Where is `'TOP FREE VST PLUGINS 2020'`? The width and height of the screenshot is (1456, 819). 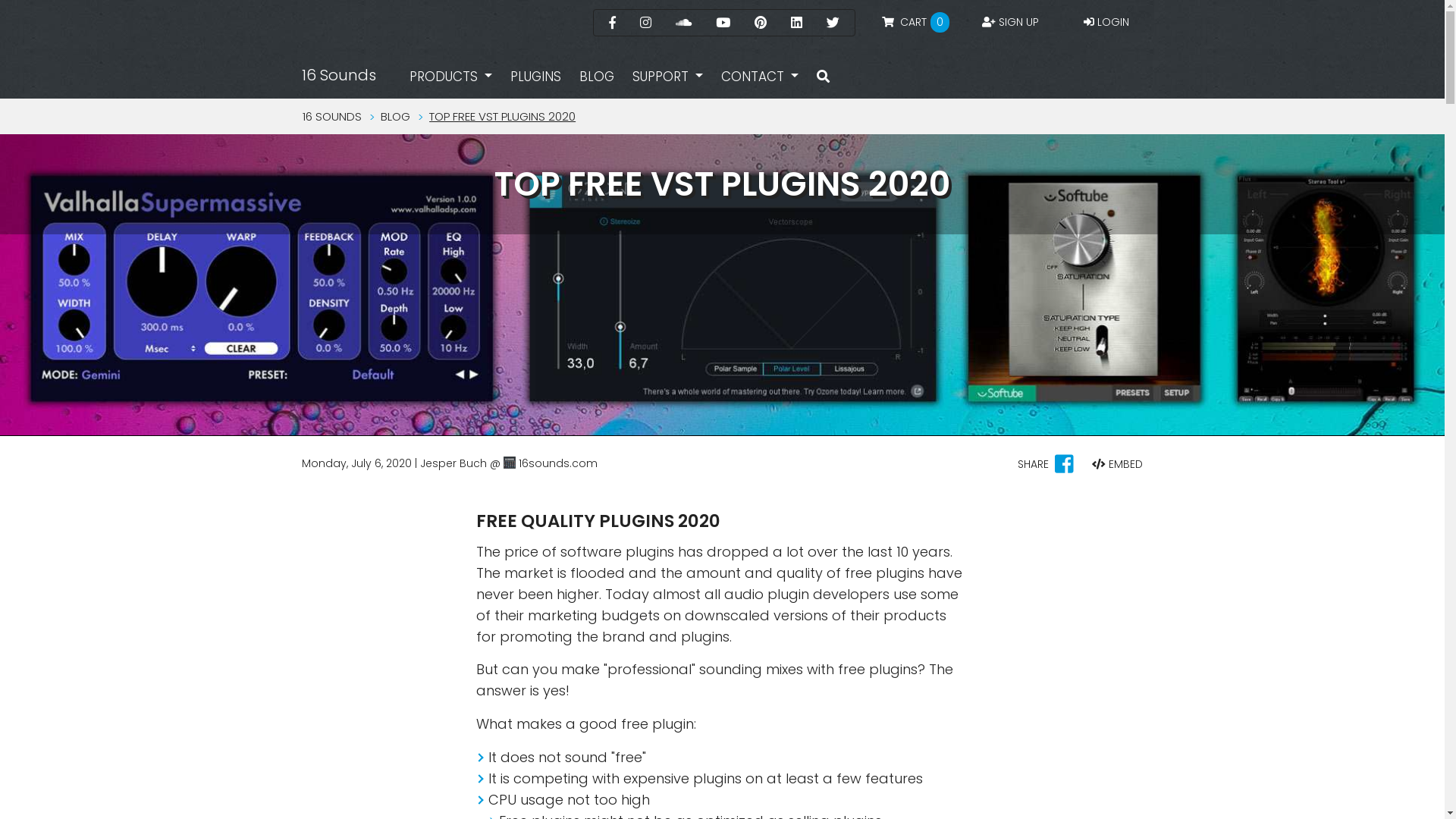
'TOP FREE VST PLUGINS 2020' is located at coordinates (502, 115).